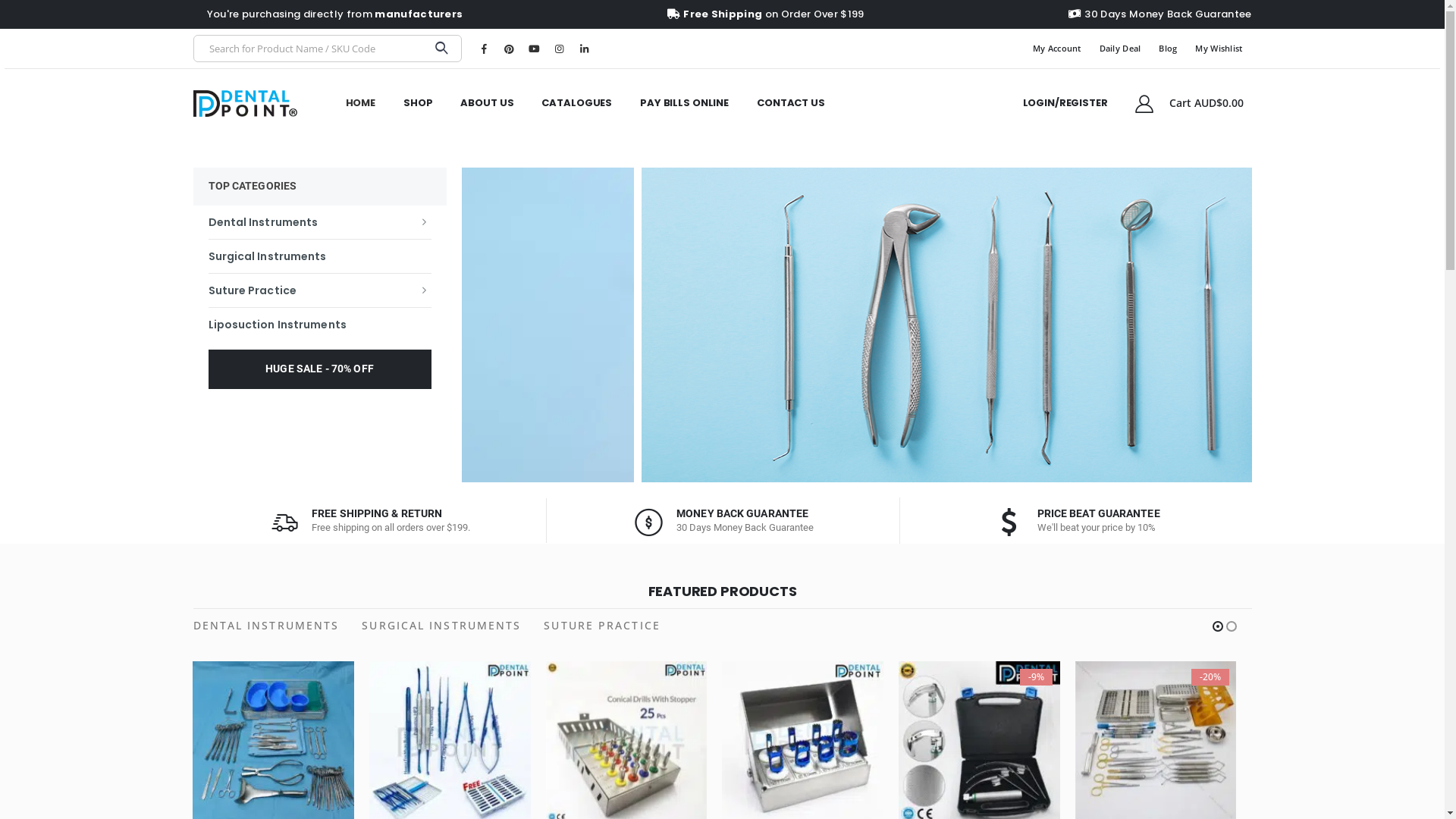 The width and height of the screenshot is (1456, 819). What do you see at coordinates (576, 102) in the screenshot?
I see `'CATALOGUES'` at bounding box center [576, 102].